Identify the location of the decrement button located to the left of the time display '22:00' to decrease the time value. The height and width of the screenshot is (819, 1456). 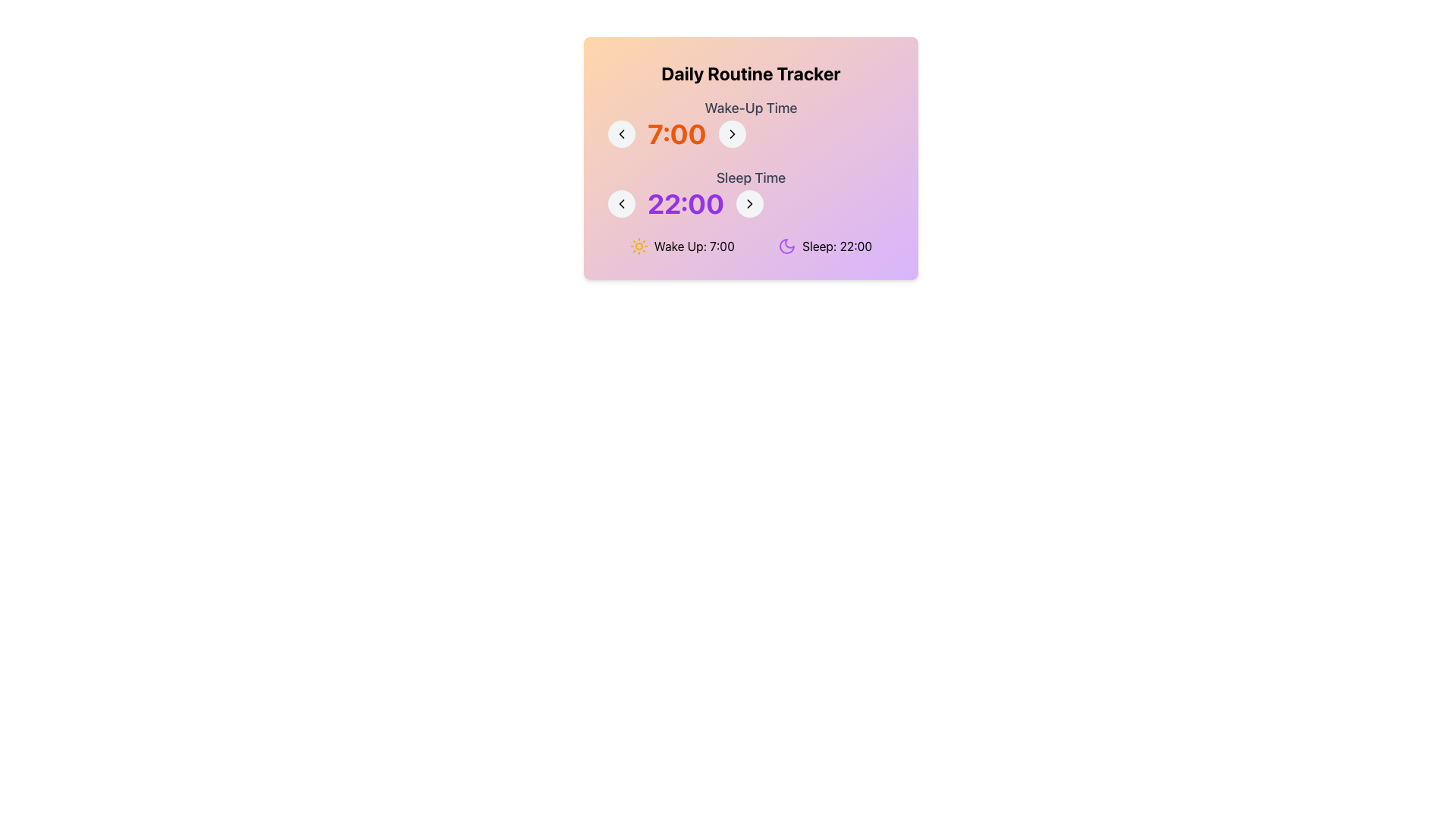
(622, 203).